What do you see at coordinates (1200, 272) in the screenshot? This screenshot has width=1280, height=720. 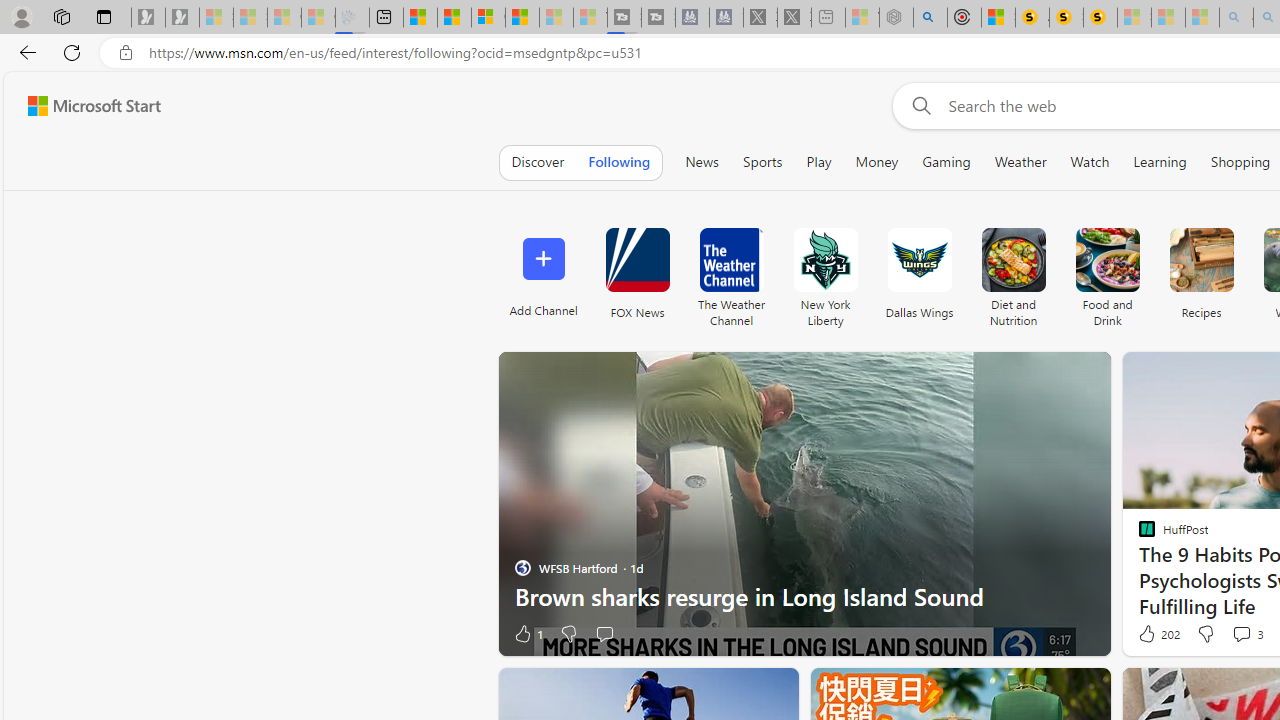 I see `'Recipes'` at bounding box center [1200, 272].